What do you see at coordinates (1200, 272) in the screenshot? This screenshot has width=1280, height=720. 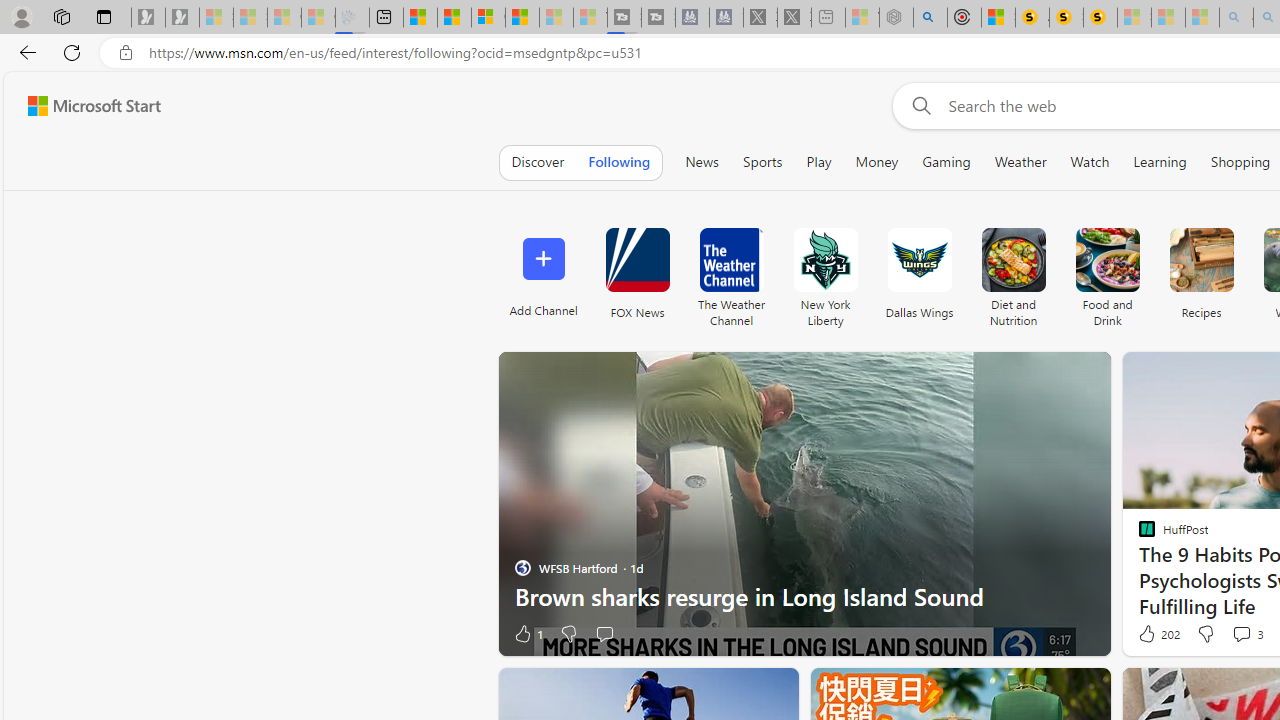 I see `'Recipes'` at bounding box center [1200, 272].